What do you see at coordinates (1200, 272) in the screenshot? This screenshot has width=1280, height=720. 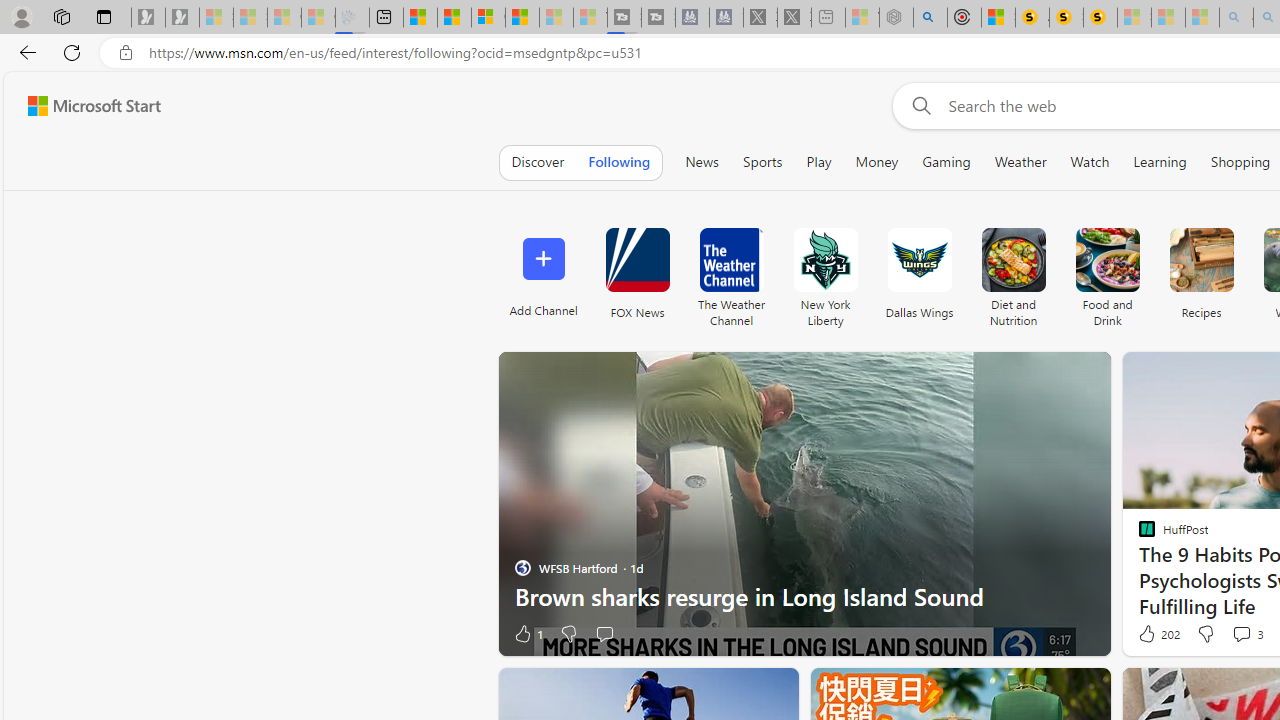 I see `'Recipes'` at bounding box center [1200, 272].